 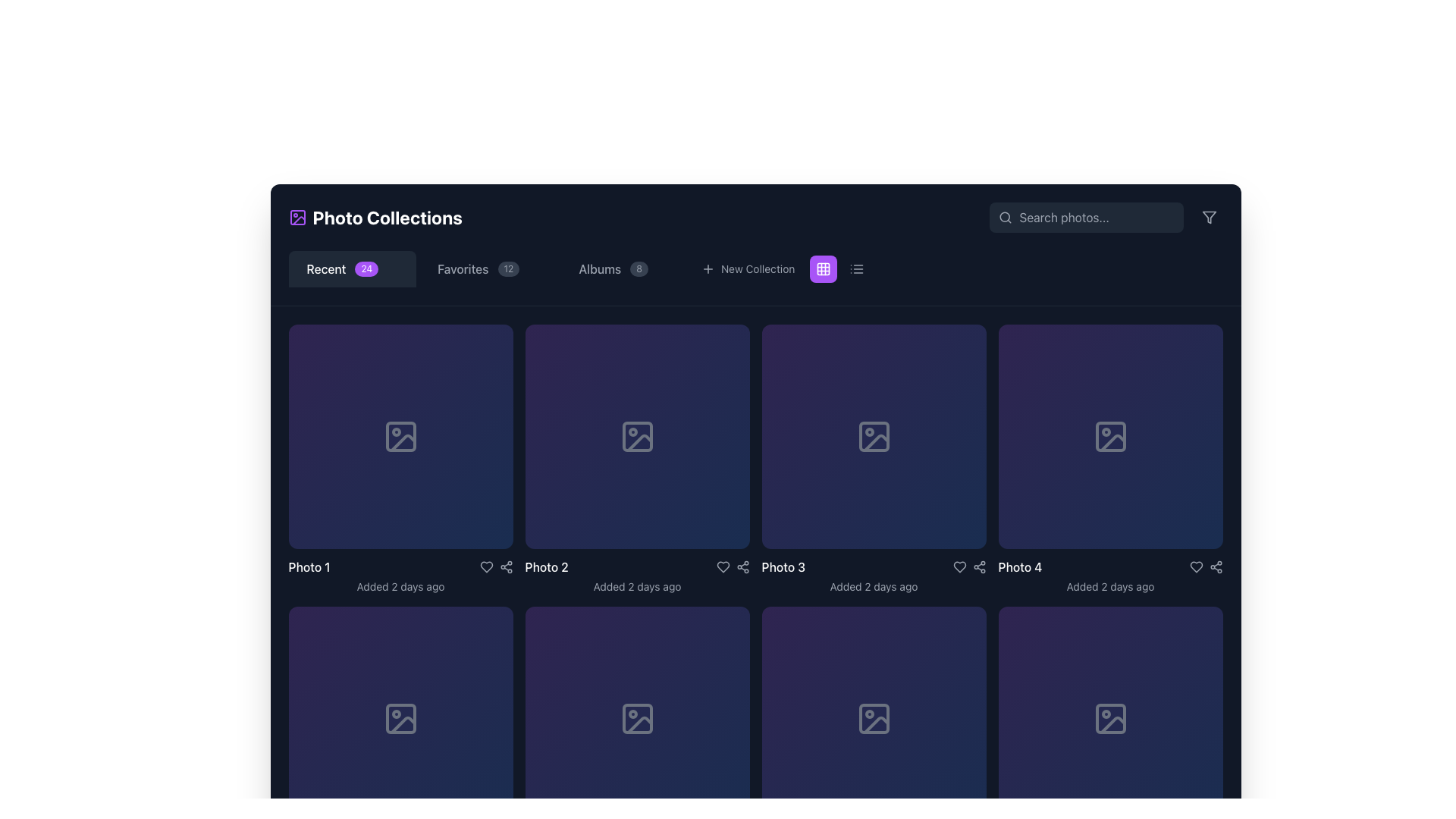 What do you see at coordinates (1020, 567) in the screenshot?
I see `the Text label that identifies the fourth photo in the gallery, positioned above the metadata text 'Added 2 days ago'` at bounding box center [1020, 567].